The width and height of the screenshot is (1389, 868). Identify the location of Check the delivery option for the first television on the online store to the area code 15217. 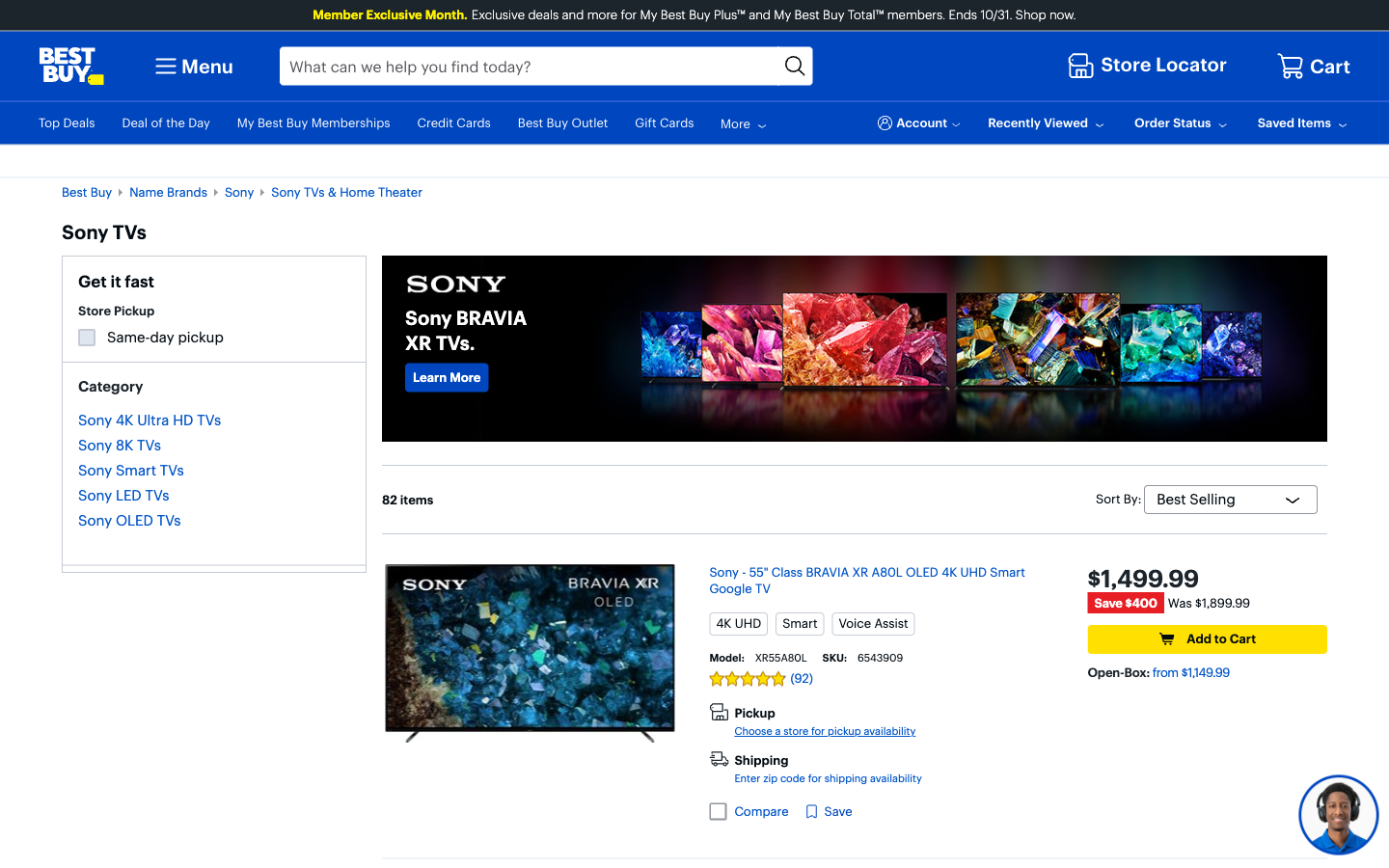
(827, 778).